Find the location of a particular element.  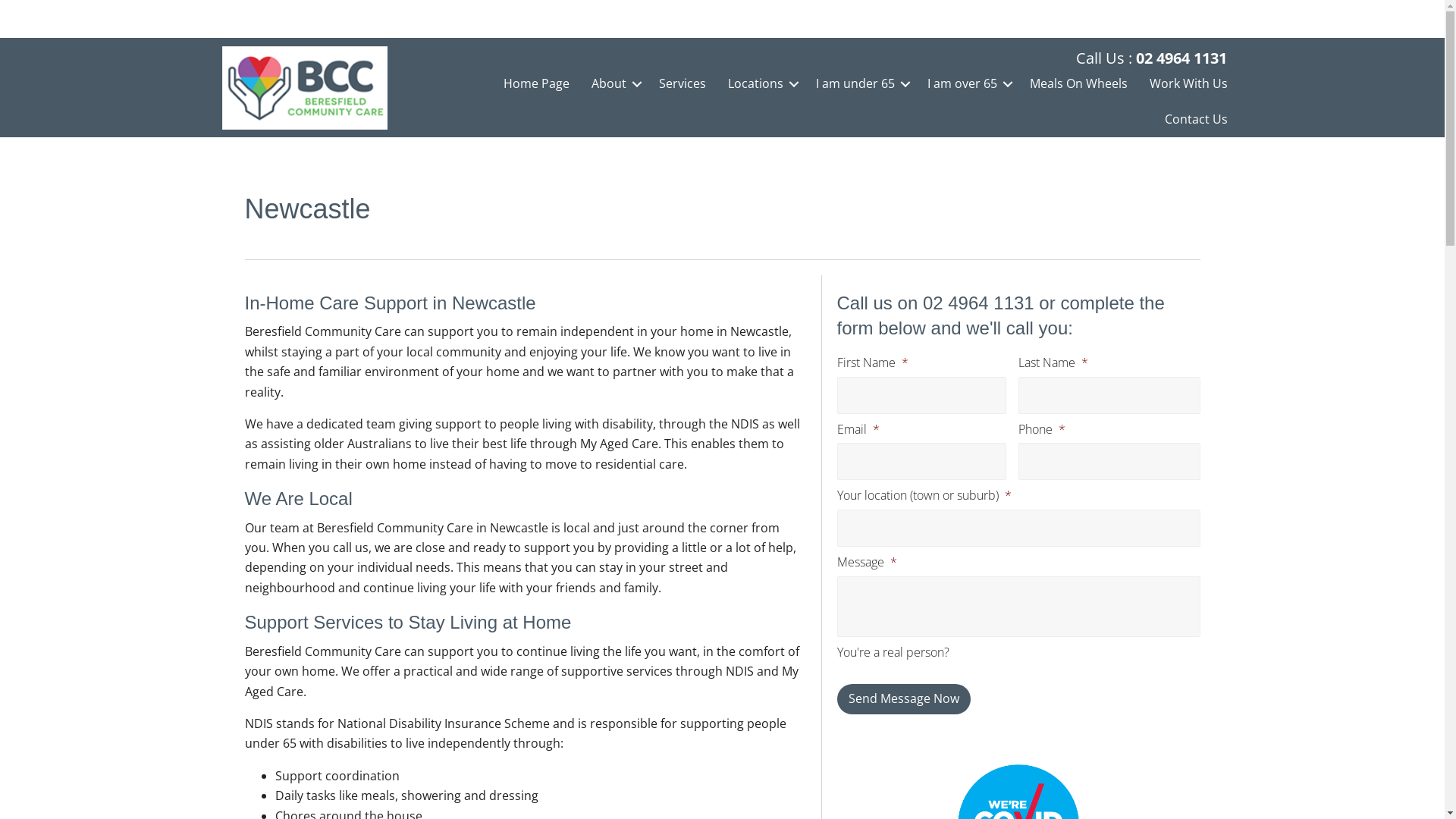

'Locations' is located at coordinates (761, 83).